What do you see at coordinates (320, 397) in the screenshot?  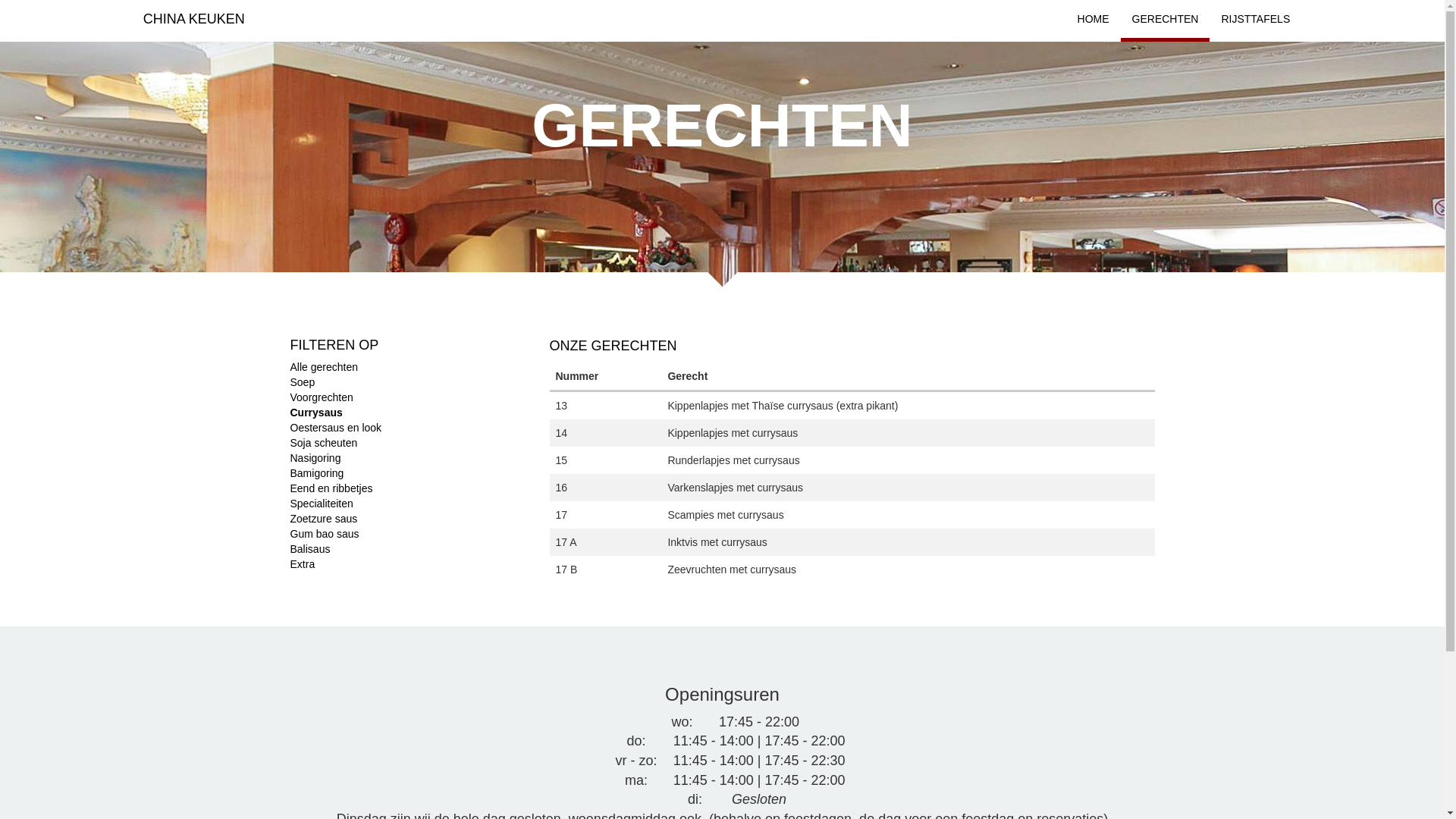 I see `'Voorgrechten'` at bounding box center [320, 397].